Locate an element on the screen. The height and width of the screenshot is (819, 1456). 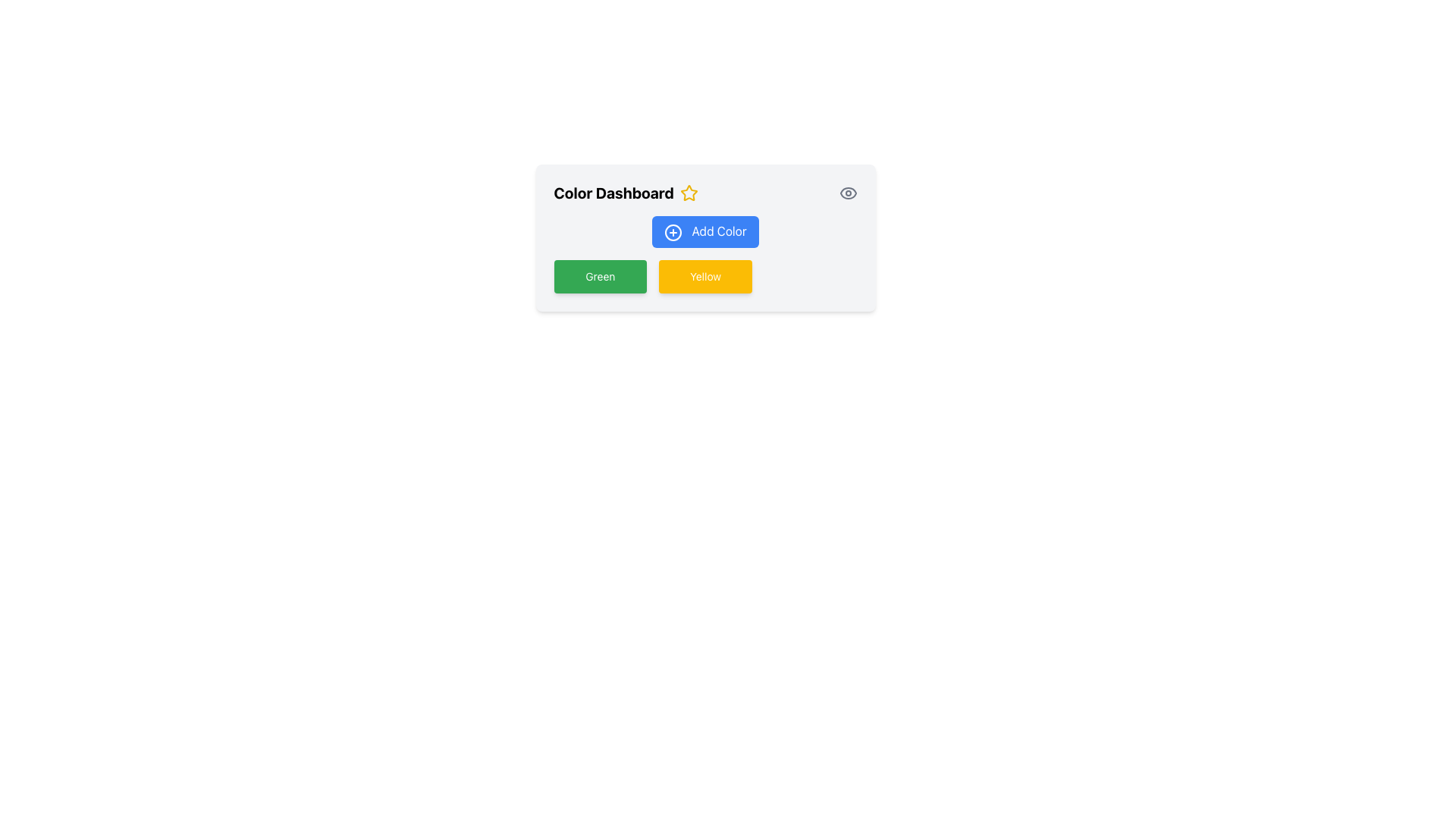
the outer oval shape of the eye icon, which is part of a minimalist design in gray color, located at the top-right corner of the interface is located at coordinates (847, 192).